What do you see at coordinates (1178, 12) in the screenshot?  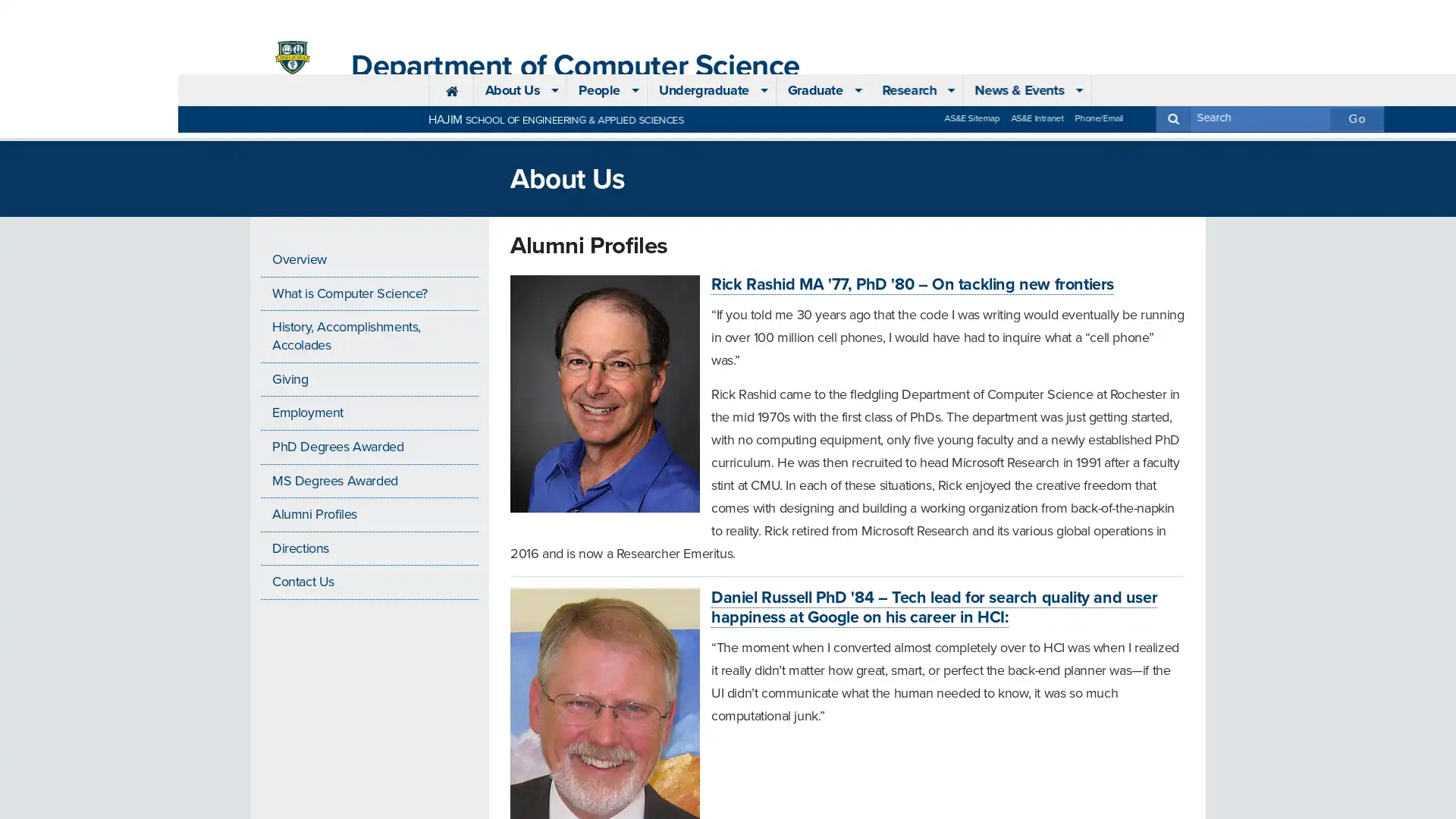 I see `Go` at bounding box center [1178, 12].